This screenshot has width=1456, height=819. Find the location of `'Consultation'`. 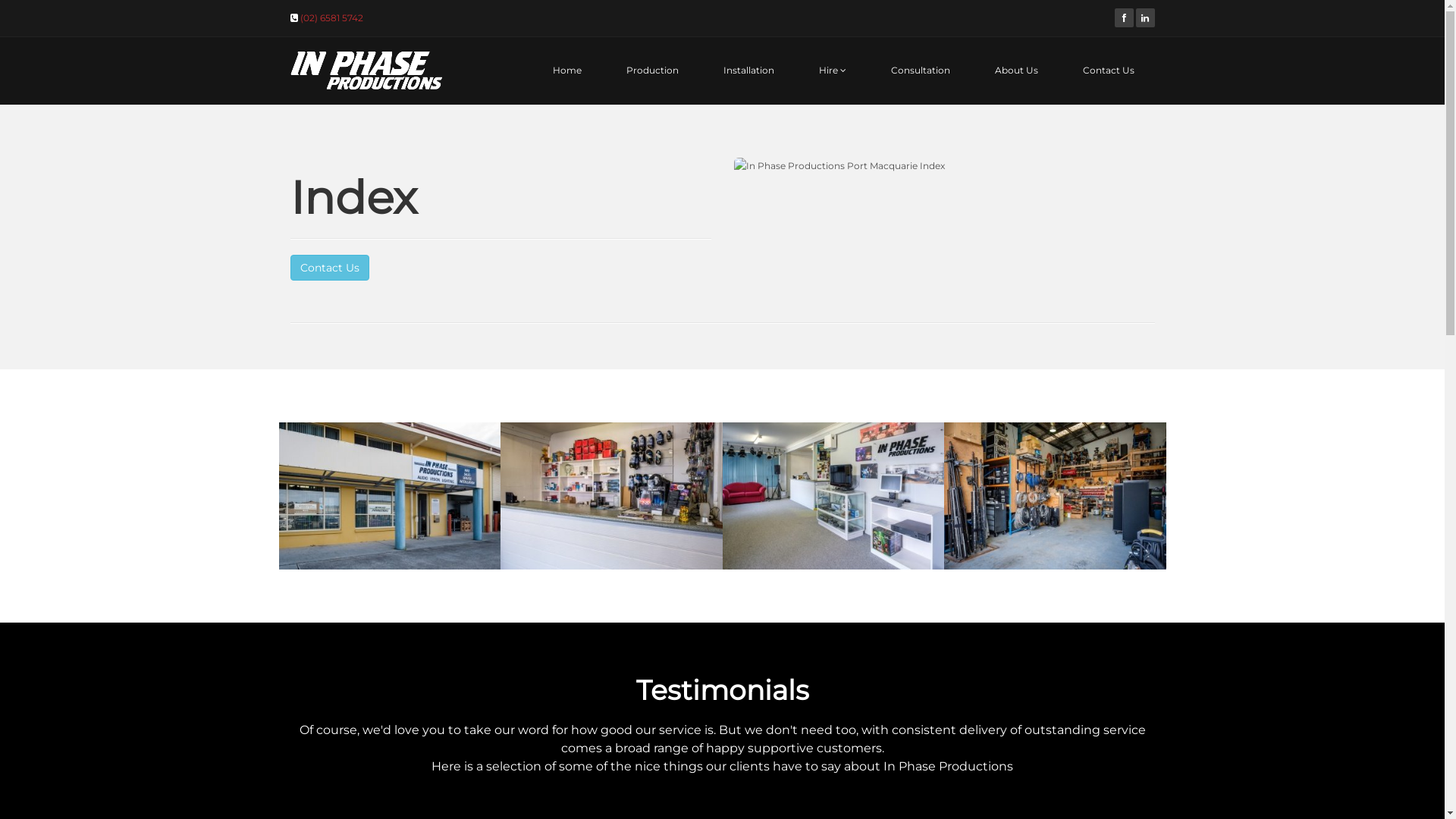

'Consultation' is located at coordinates (880, 70).